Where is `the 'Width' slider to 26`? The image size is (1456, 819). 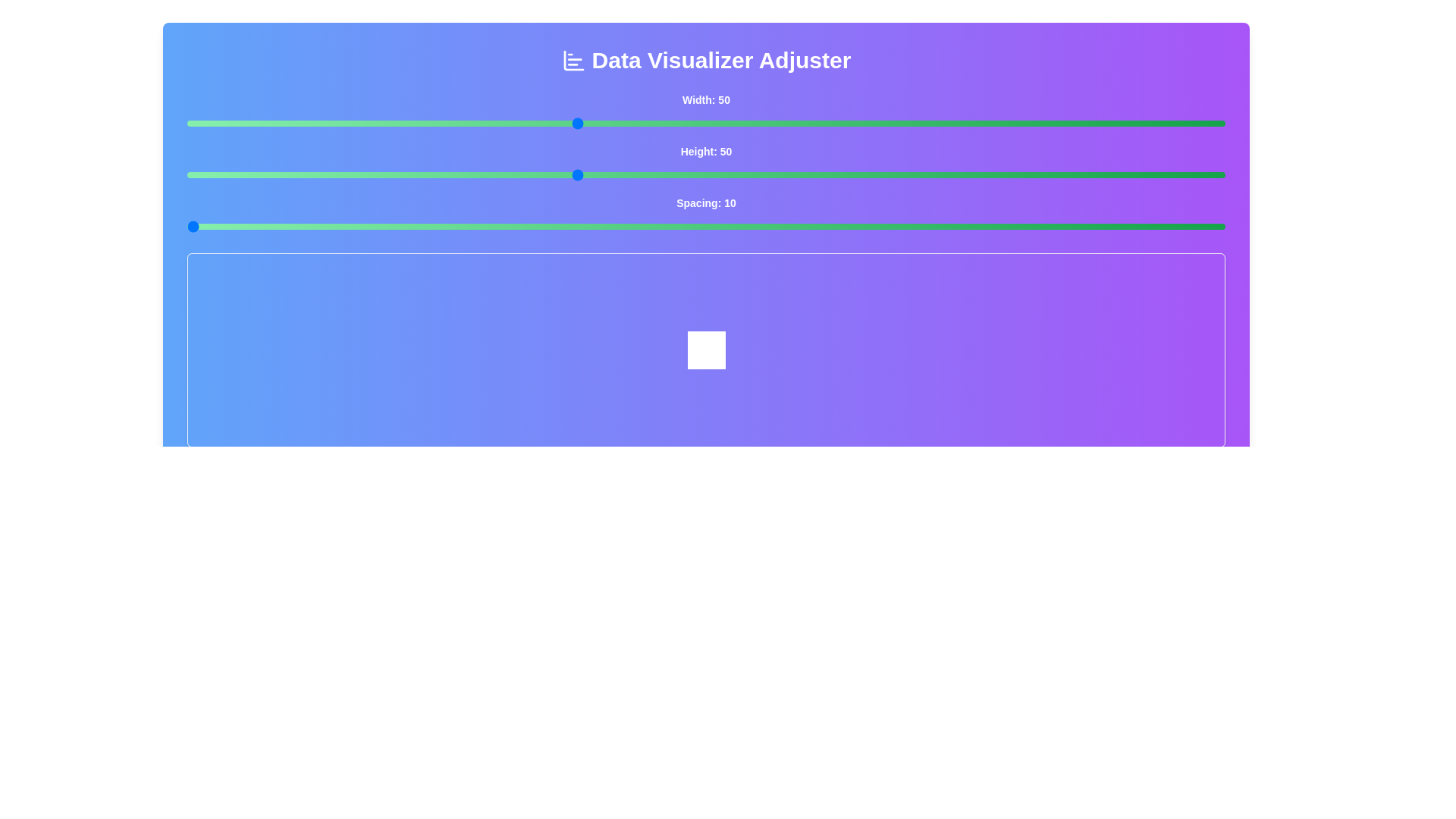 the 'Width' slider to 26 is located at coordinates (265, 122).